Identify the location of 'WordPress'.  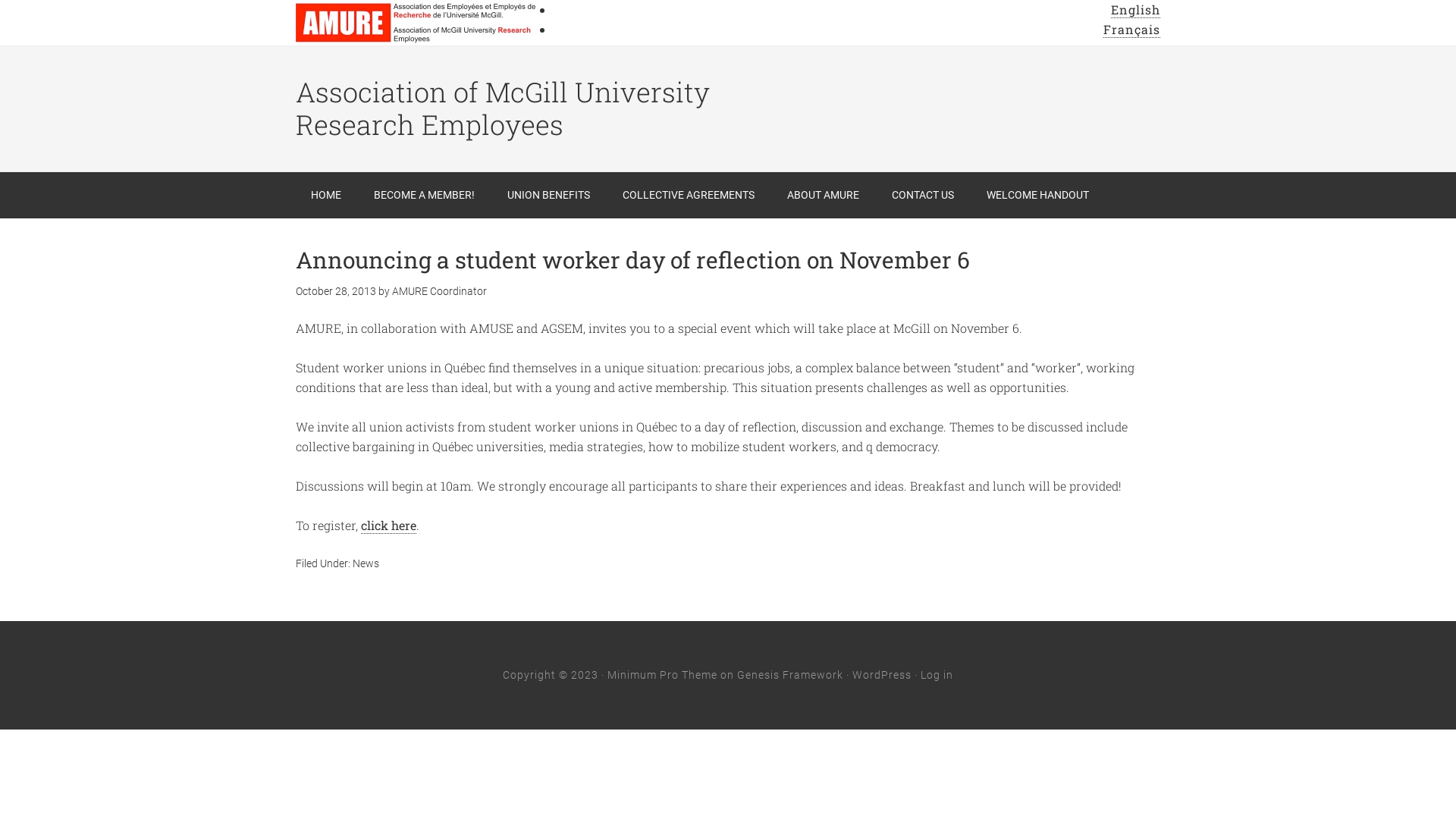
(881, 674).